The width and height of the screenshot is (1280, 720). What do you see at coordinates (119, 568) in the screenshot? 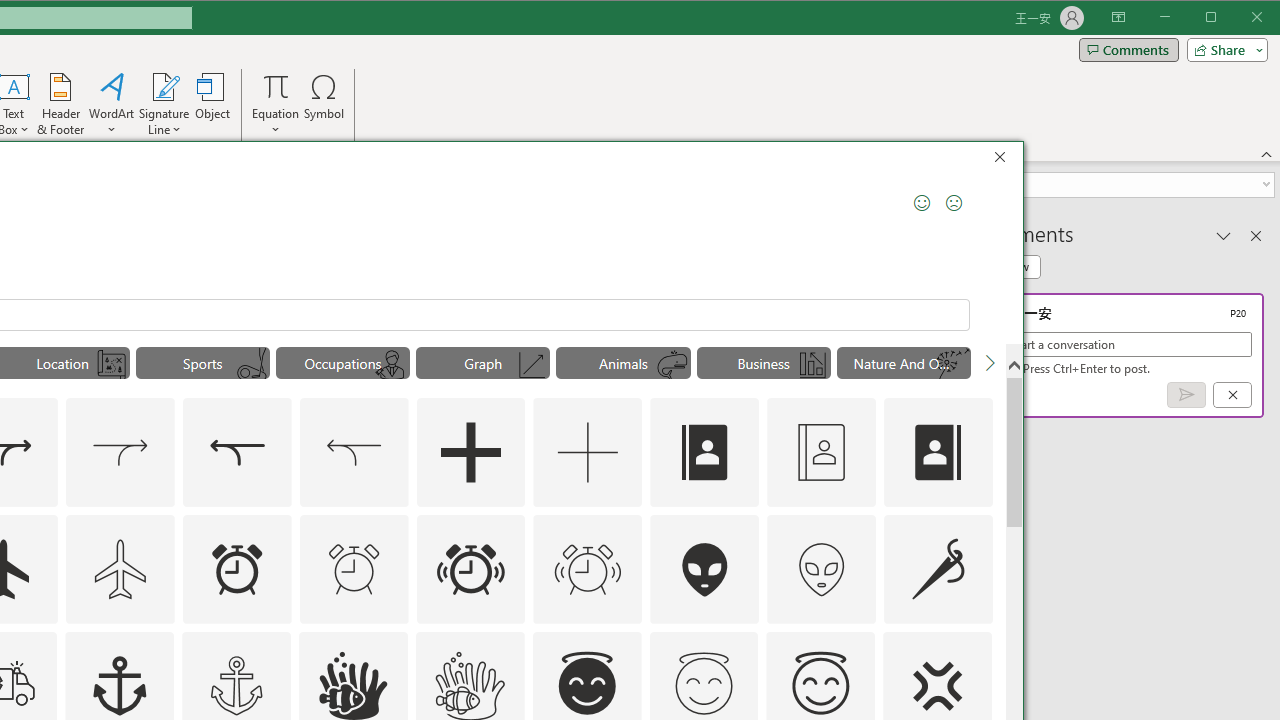
I see `'AutomationID: Icons_Airplane_M'` at bounding box center [119, 568].